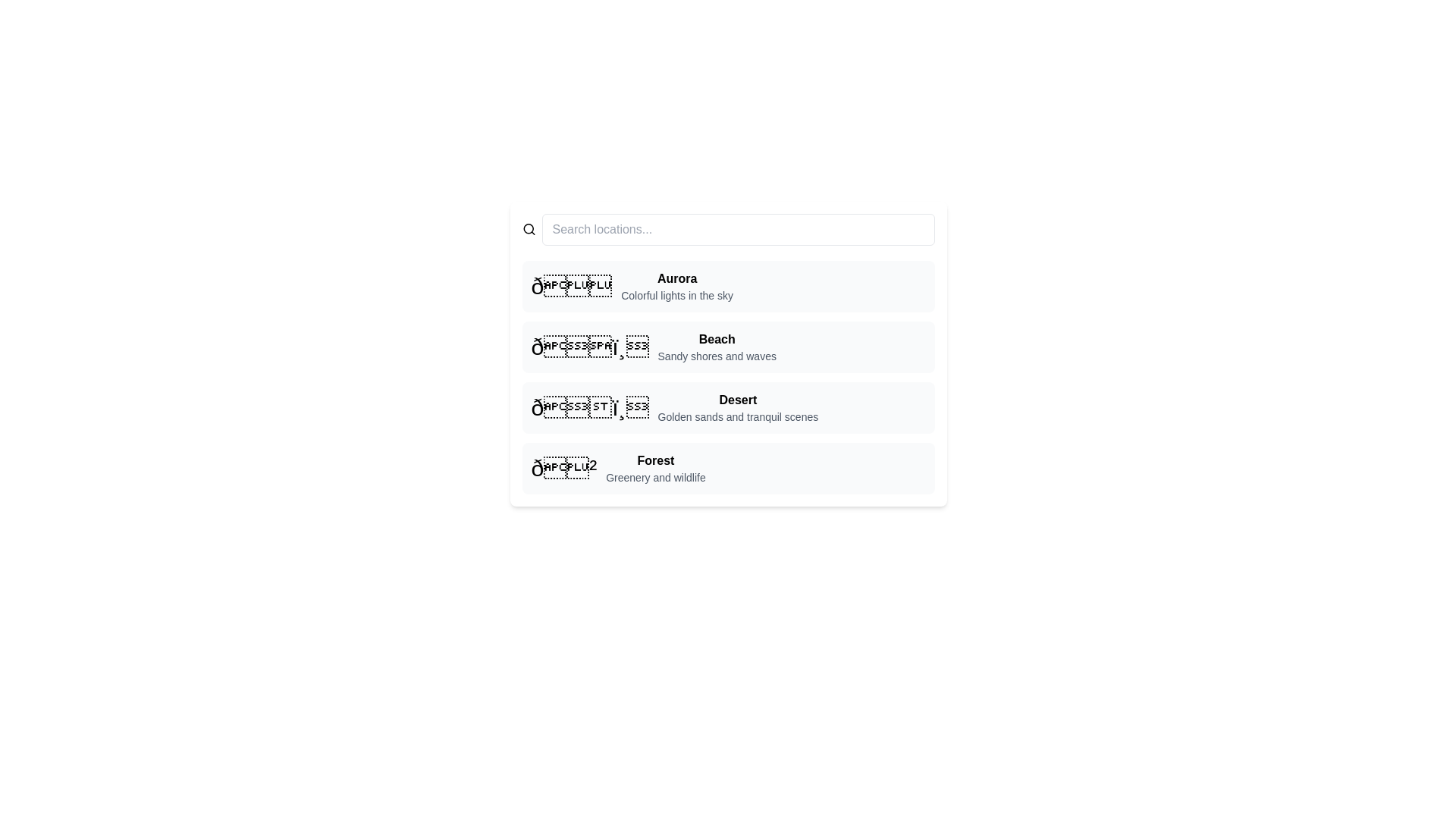  What do you see at coordinates (655, 476) in the screenshot?
I see `the descriptive text label located directly below the 'Forest' title within the fourth item of the list` at bounding box center [655, 476].